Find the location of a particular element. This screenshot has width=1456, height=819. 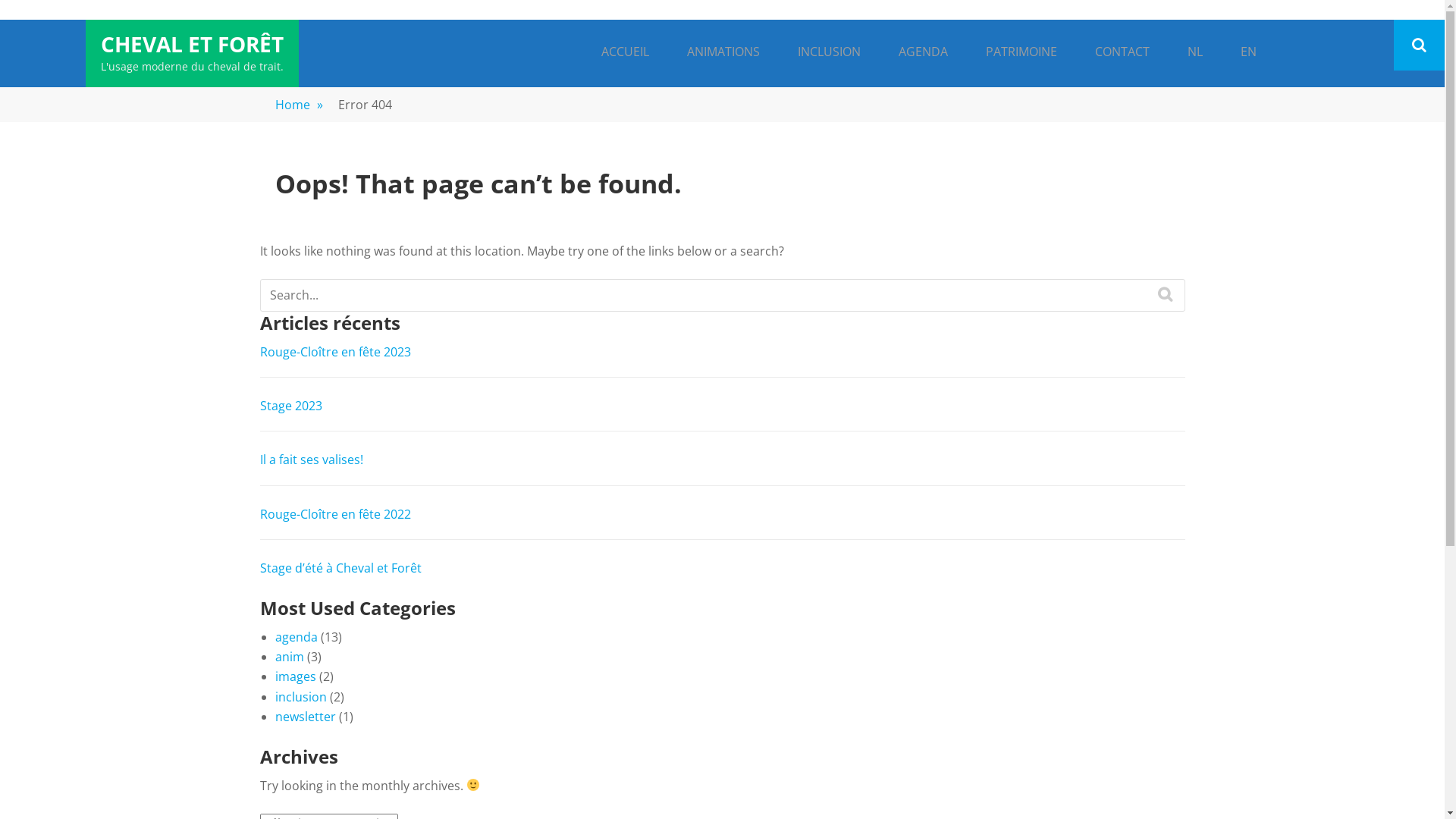

'PATRIMOINE' is located at coordinates (1020, 52).